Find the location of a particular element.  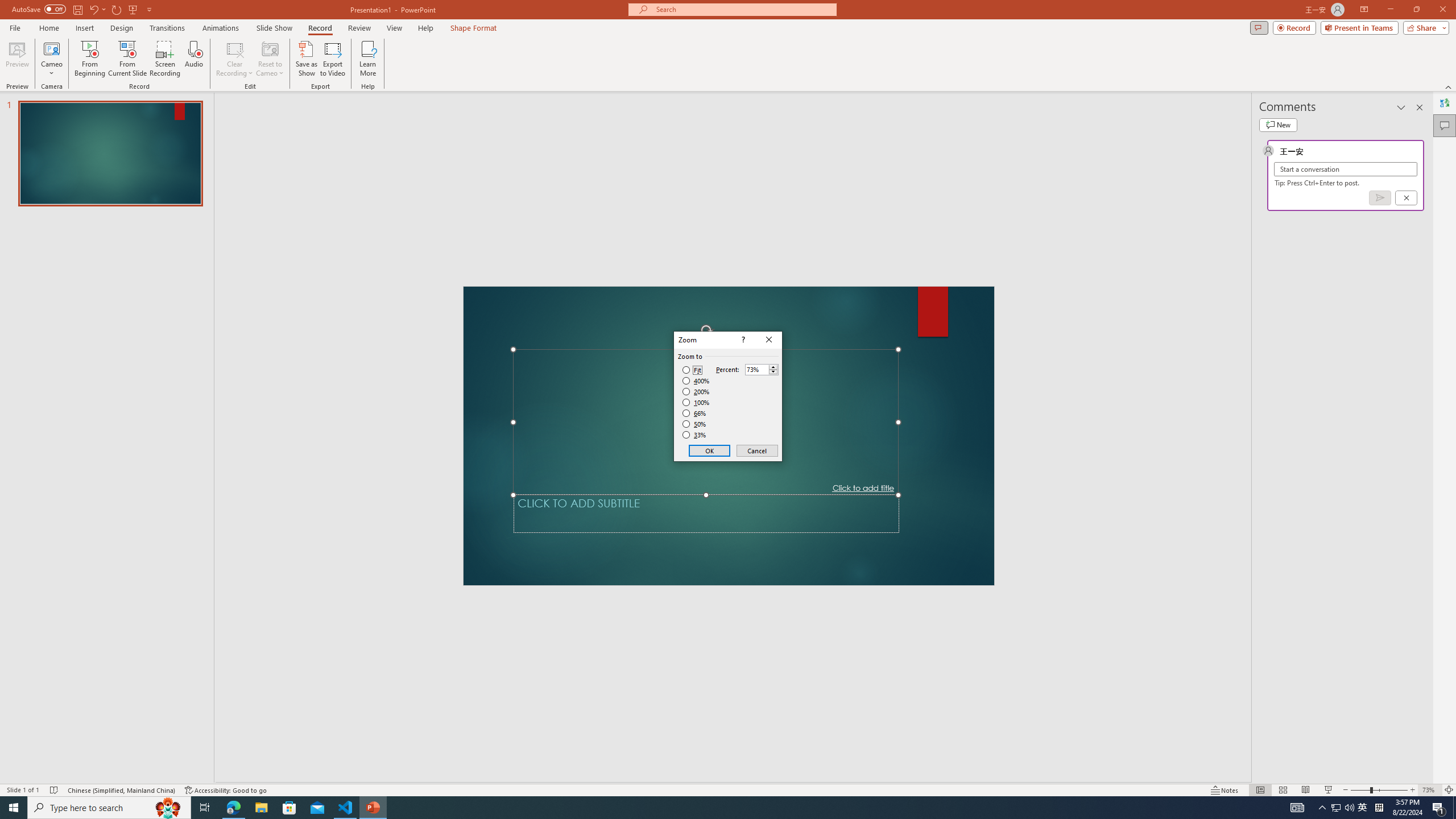

'Reset to Cameo' is located at coordinates (269, 59).